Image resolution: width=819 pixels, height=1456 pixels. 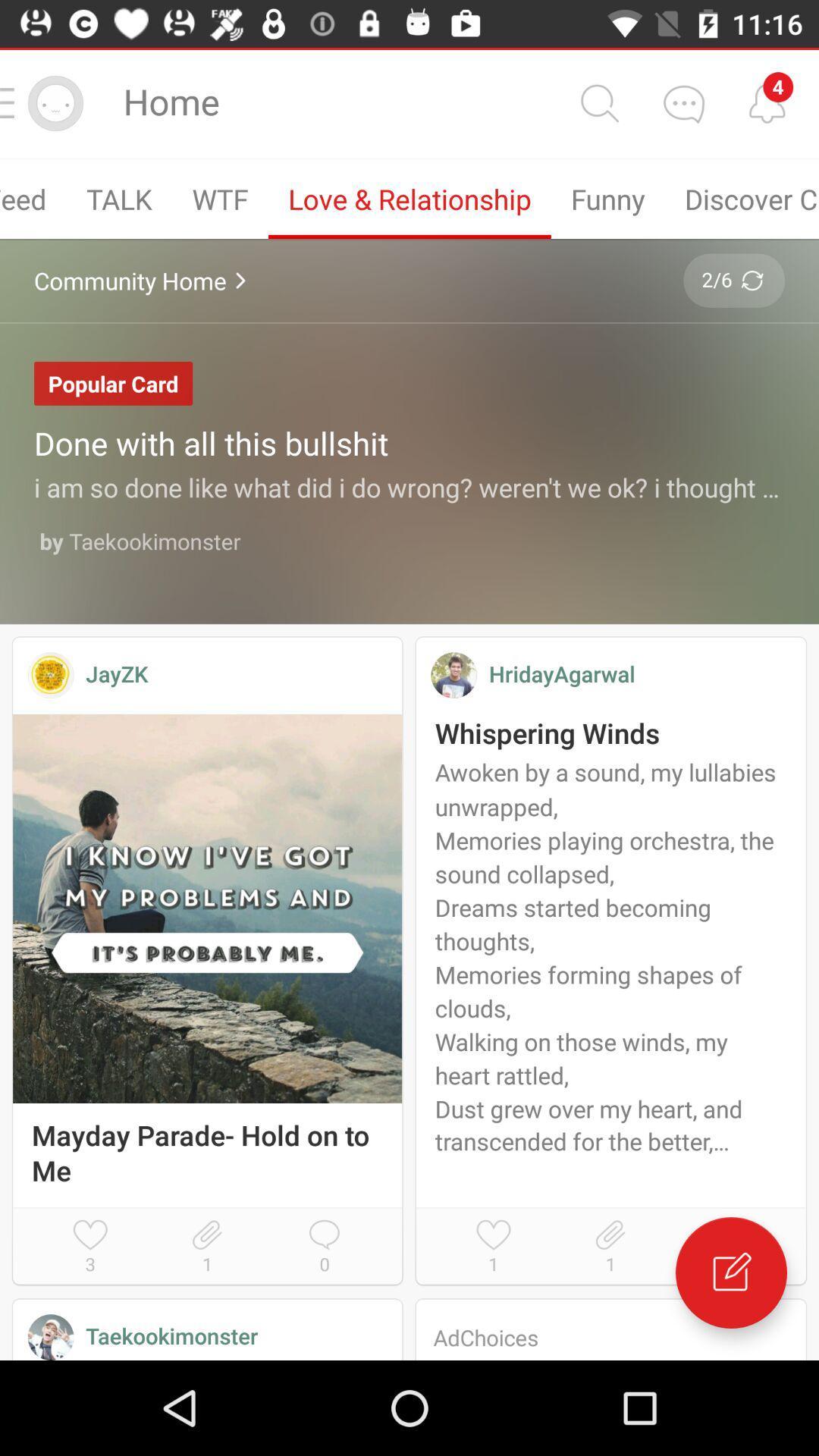 I want to click on the chat icon, so click(x=683, y=102).